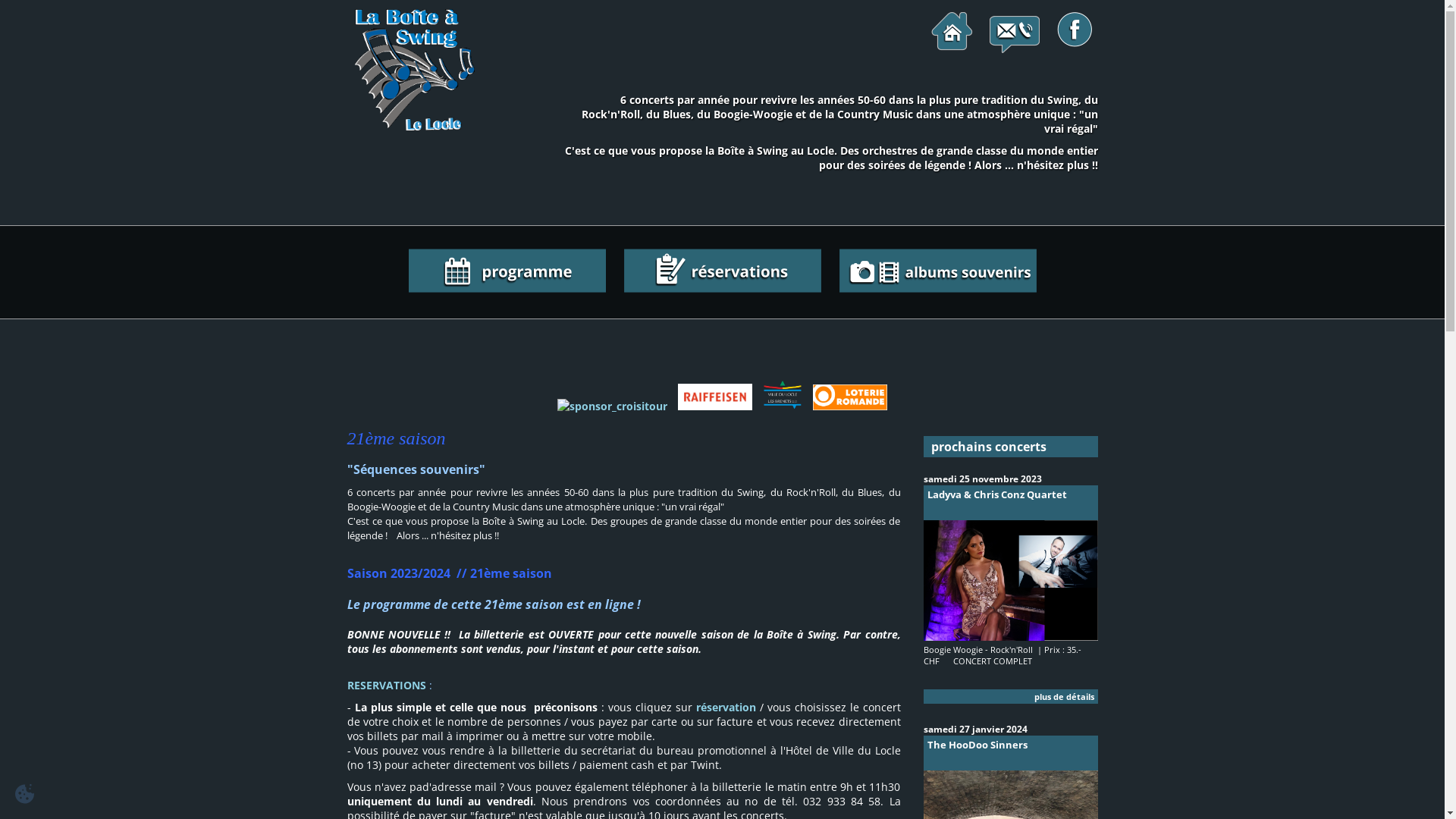 The width and height of the screenshot is (1456, 819). Describe the element at coordinates (407, 270) in the screenshot. I see `'le programme de la saison'` at that location.